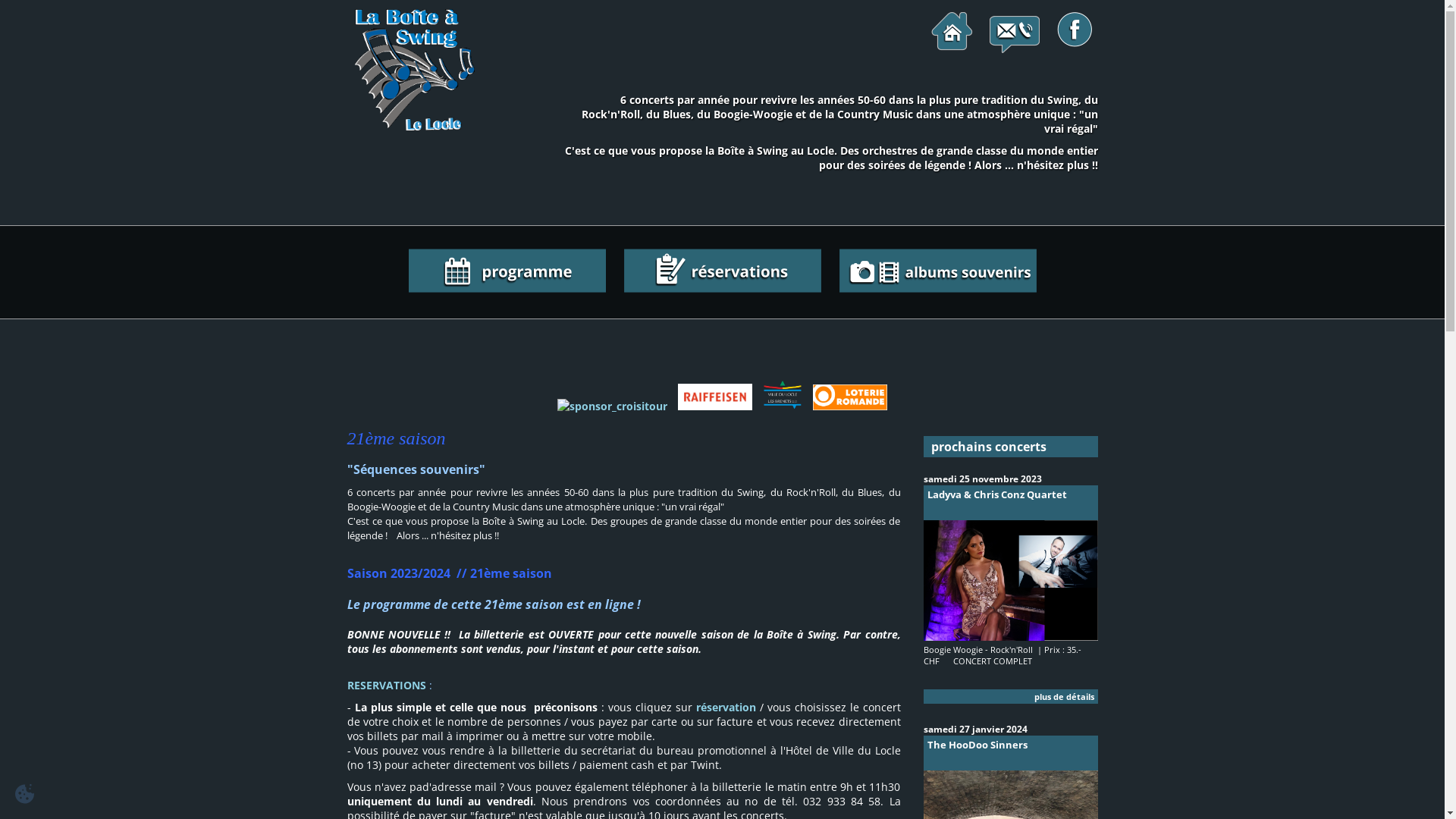 The width and height of the screenshot is (1456, 819). Describe the element at coordinates (407, 270) in the screenshot. I see `'le programme de la saison'` at that location.